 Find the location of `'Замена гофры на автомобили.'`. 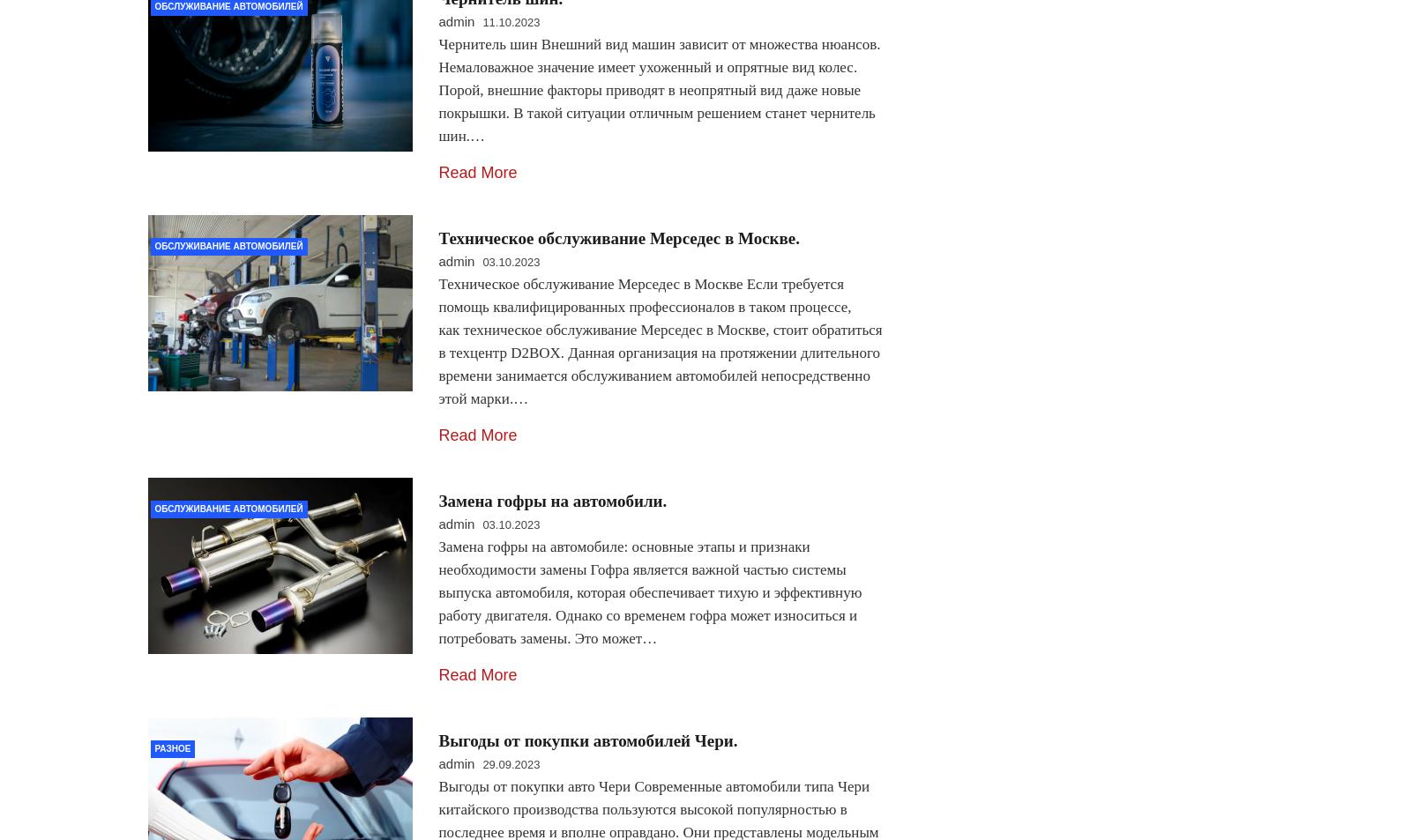

'Замена гофры на автомобили.' is located at coordinates (437, 501).